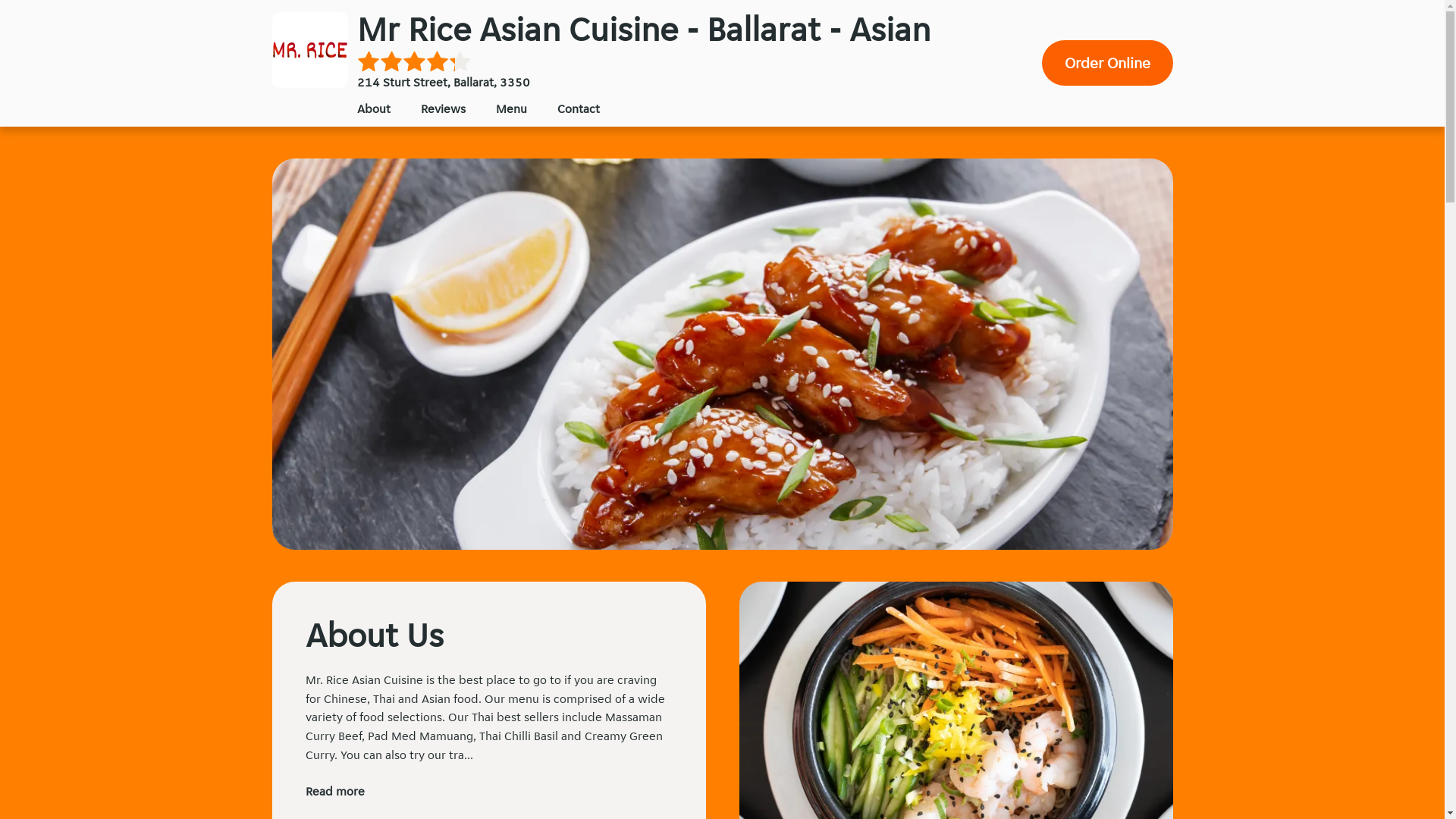 This screenshot has width=1456, height=819. What do you see at coordinates (1107, 62) in the screenshot?
I see `'Order Online'` at bounding box center [1107, 62].